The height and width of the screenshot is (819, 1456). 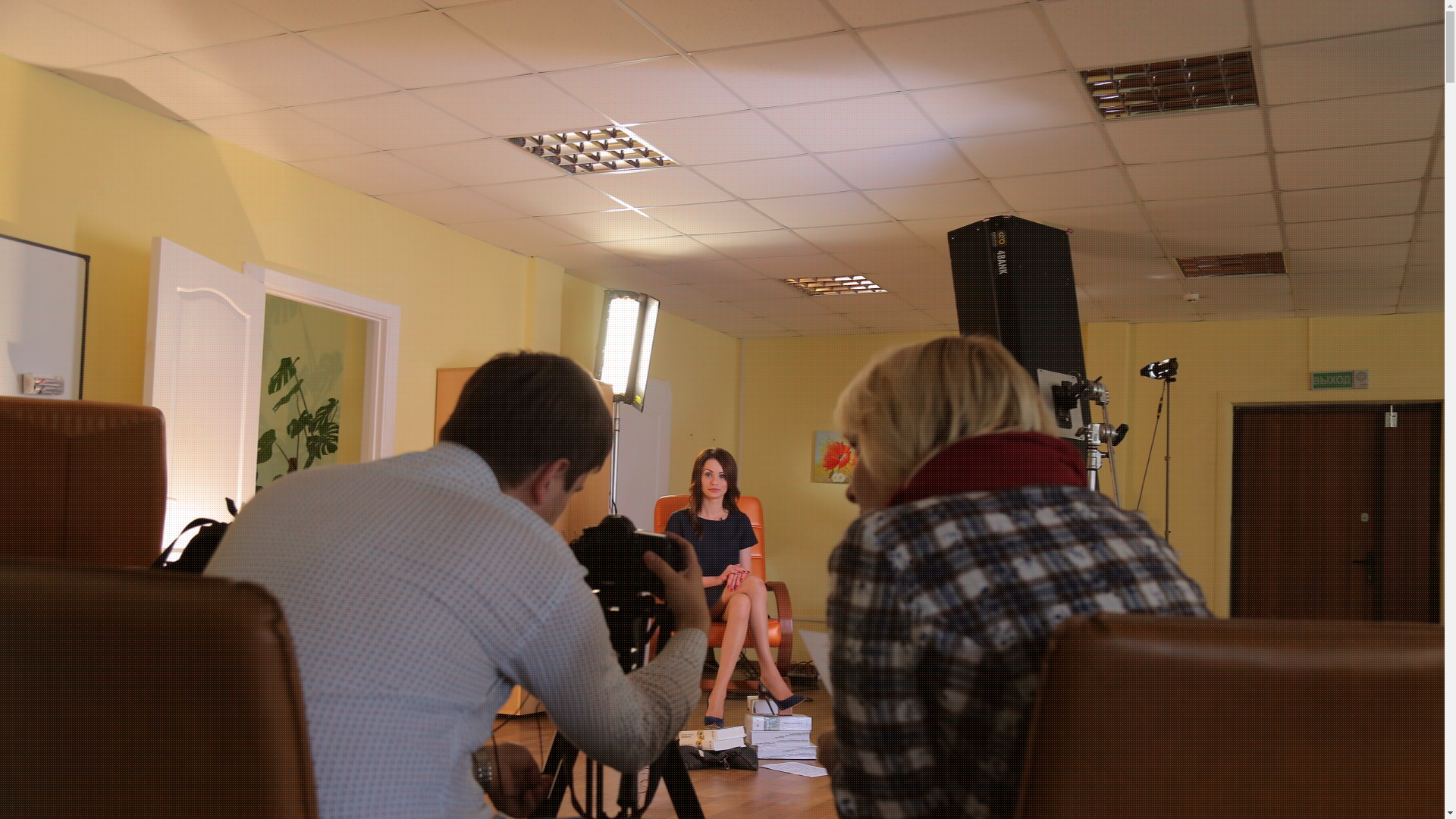 What do you see at coordinates (0, 0) in the screenshot?
I see `'Skip to content'` at bounding box center [0, 0].